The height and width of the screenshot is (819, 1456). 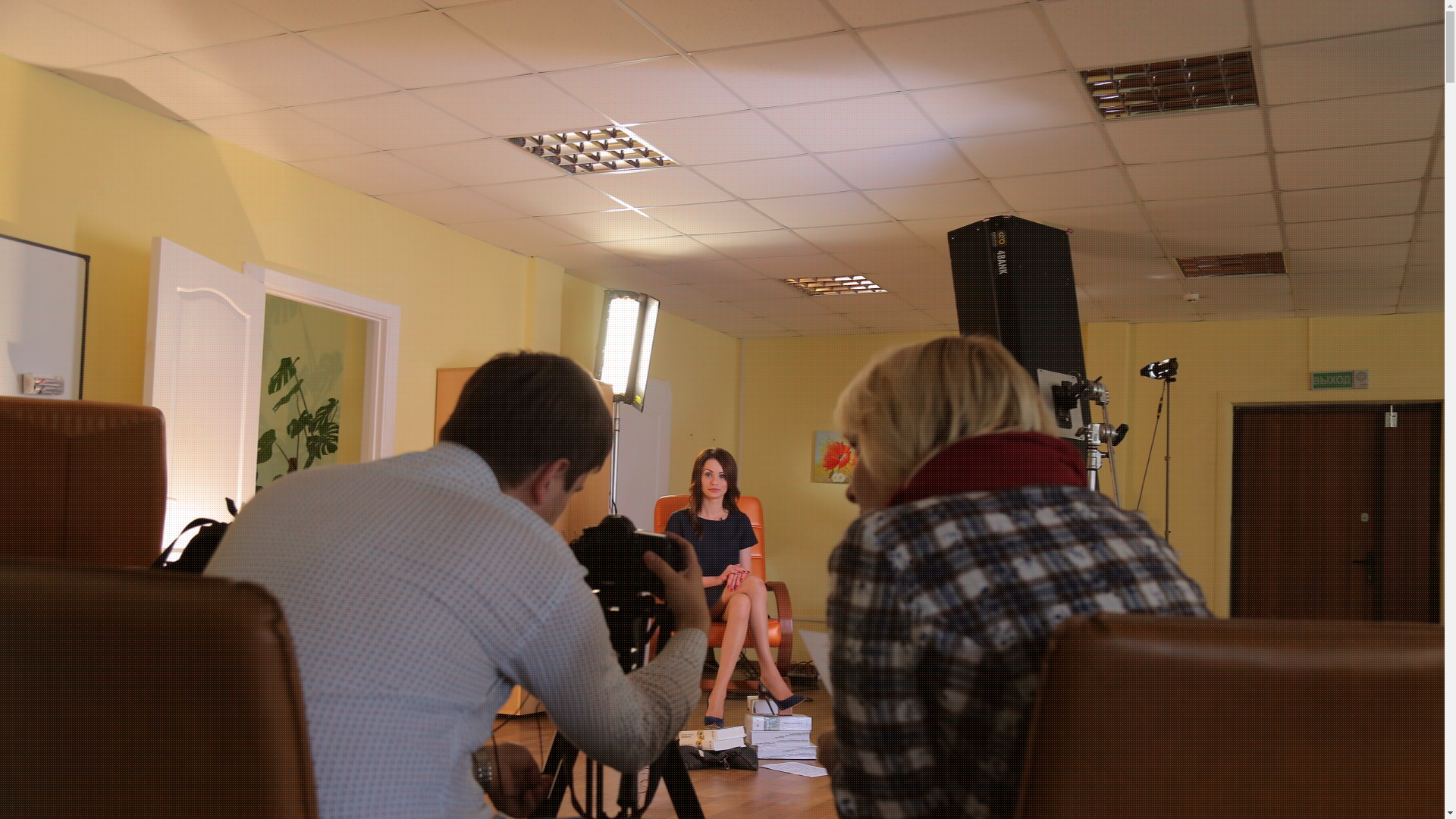 What do you see at coordinates (0, 0) in the screenshot?
I see `'Skip to content'` at bounding box center [0, 0].